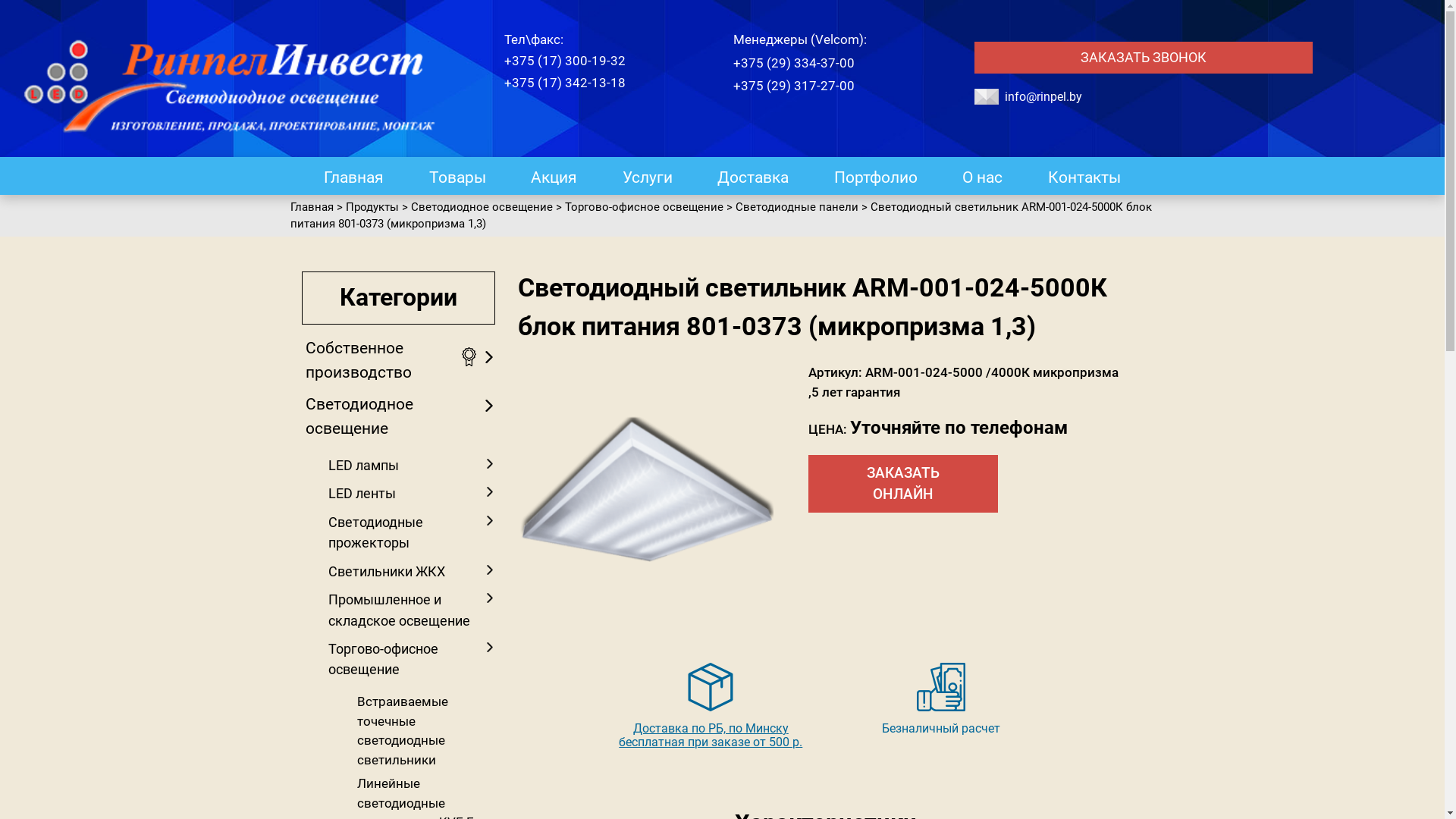  Describe the element at coordinates (733, 61) in the screenshot. I see `'+375 (29) 334-37-00'` at that location.